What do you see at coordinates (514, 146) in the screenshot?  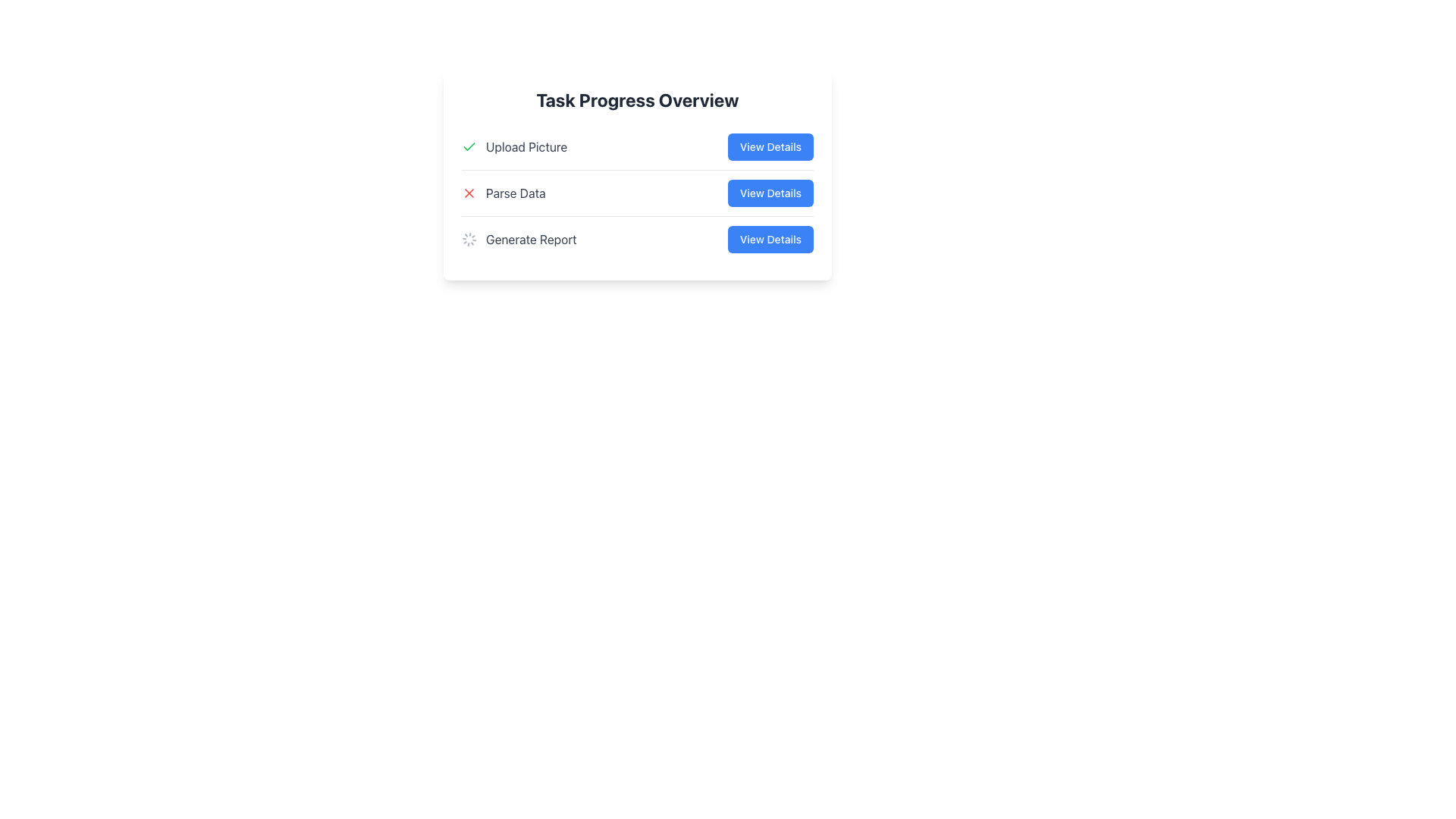 I see `the 'Upload Picture' checklist icon with a green checkmark and gray text, located under the 'Task Progress Overview' section at the top left of the task list` at bounding box center [514, 146].